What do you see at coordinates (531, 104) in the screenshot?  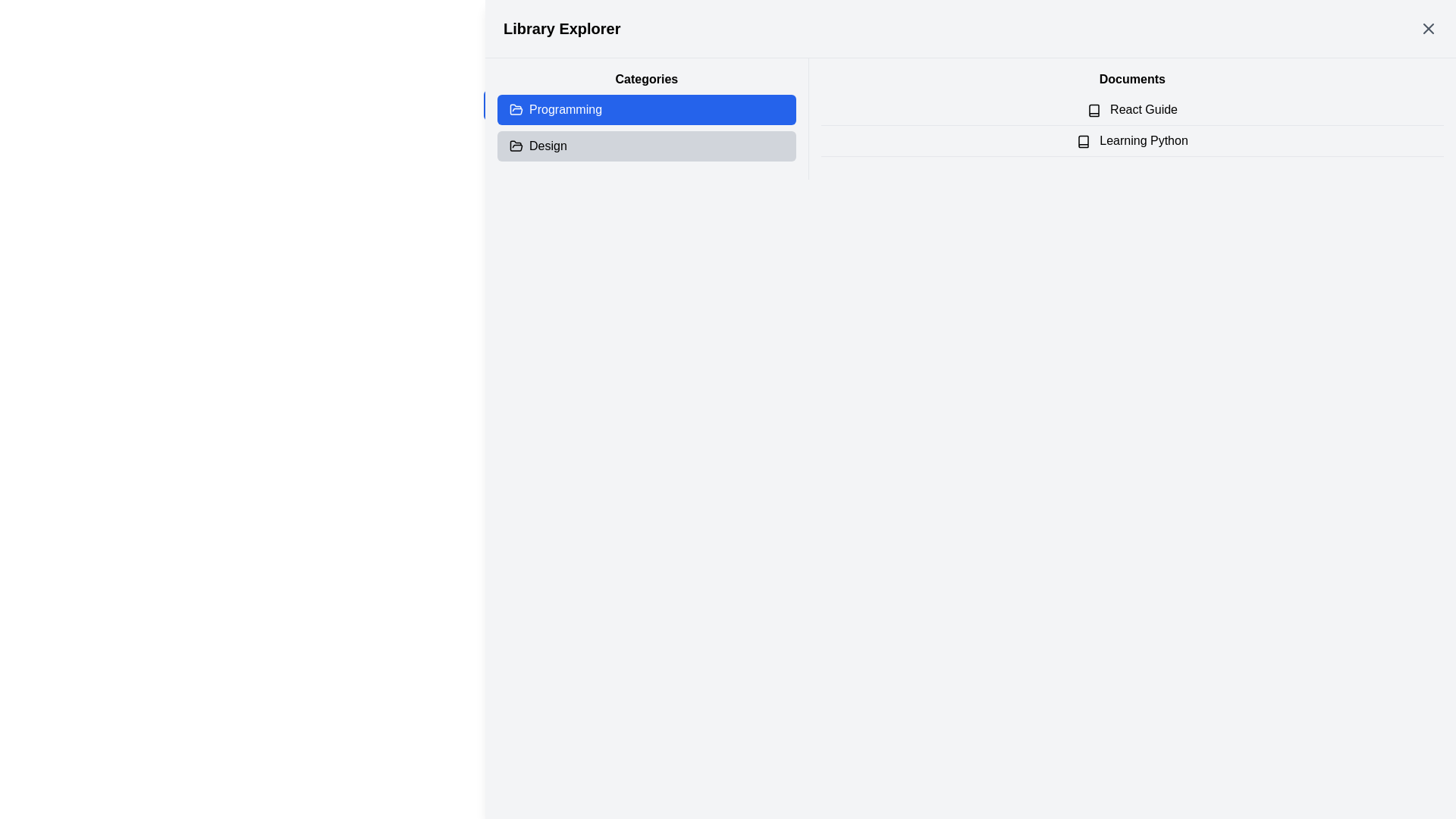 I see `the blue button labeled 'Close Library'` at bounding box center [531, 104].